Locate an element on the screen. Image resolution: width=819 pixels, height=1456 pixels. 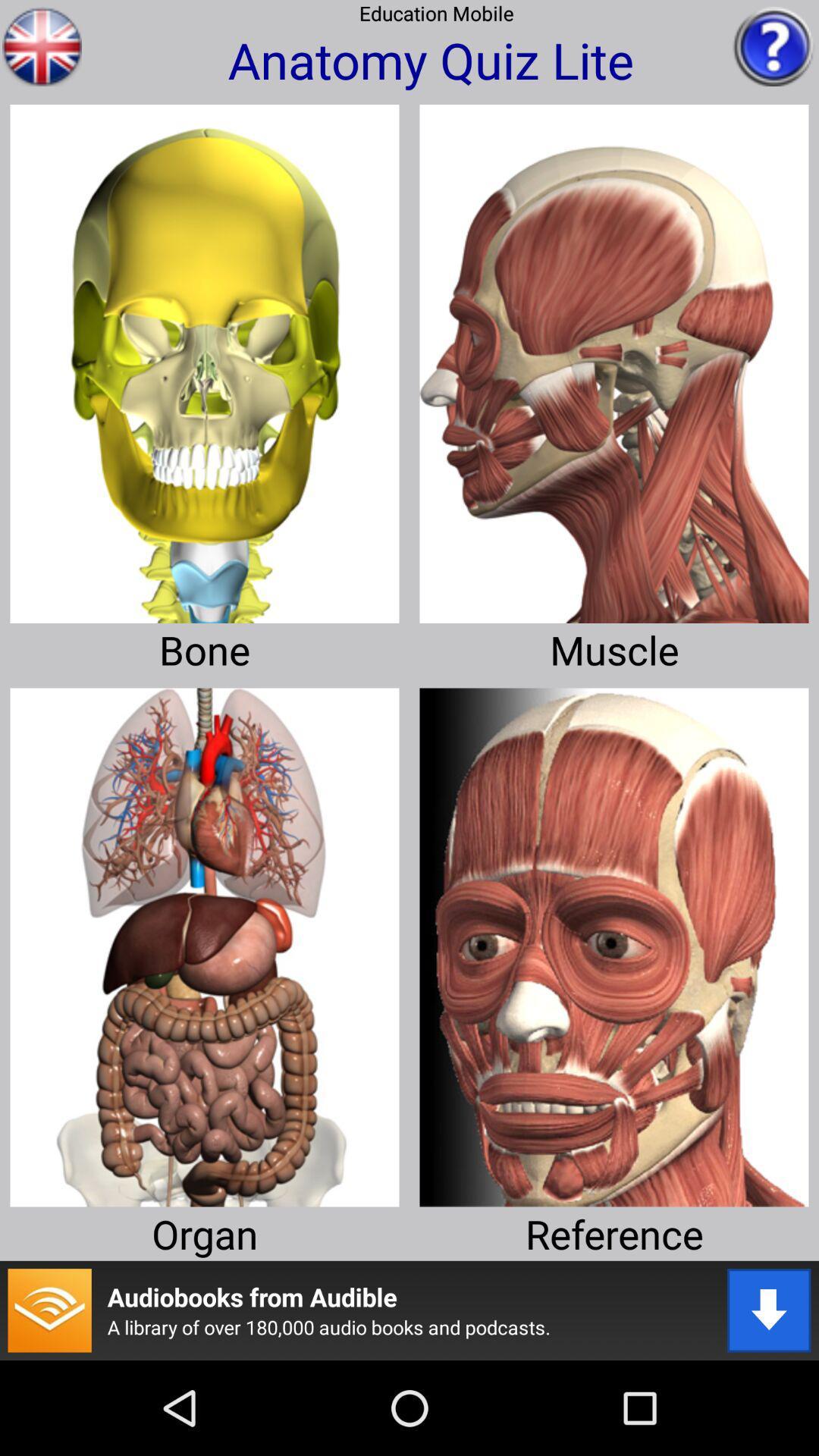
open muscle is located at coordinates (614, 357).